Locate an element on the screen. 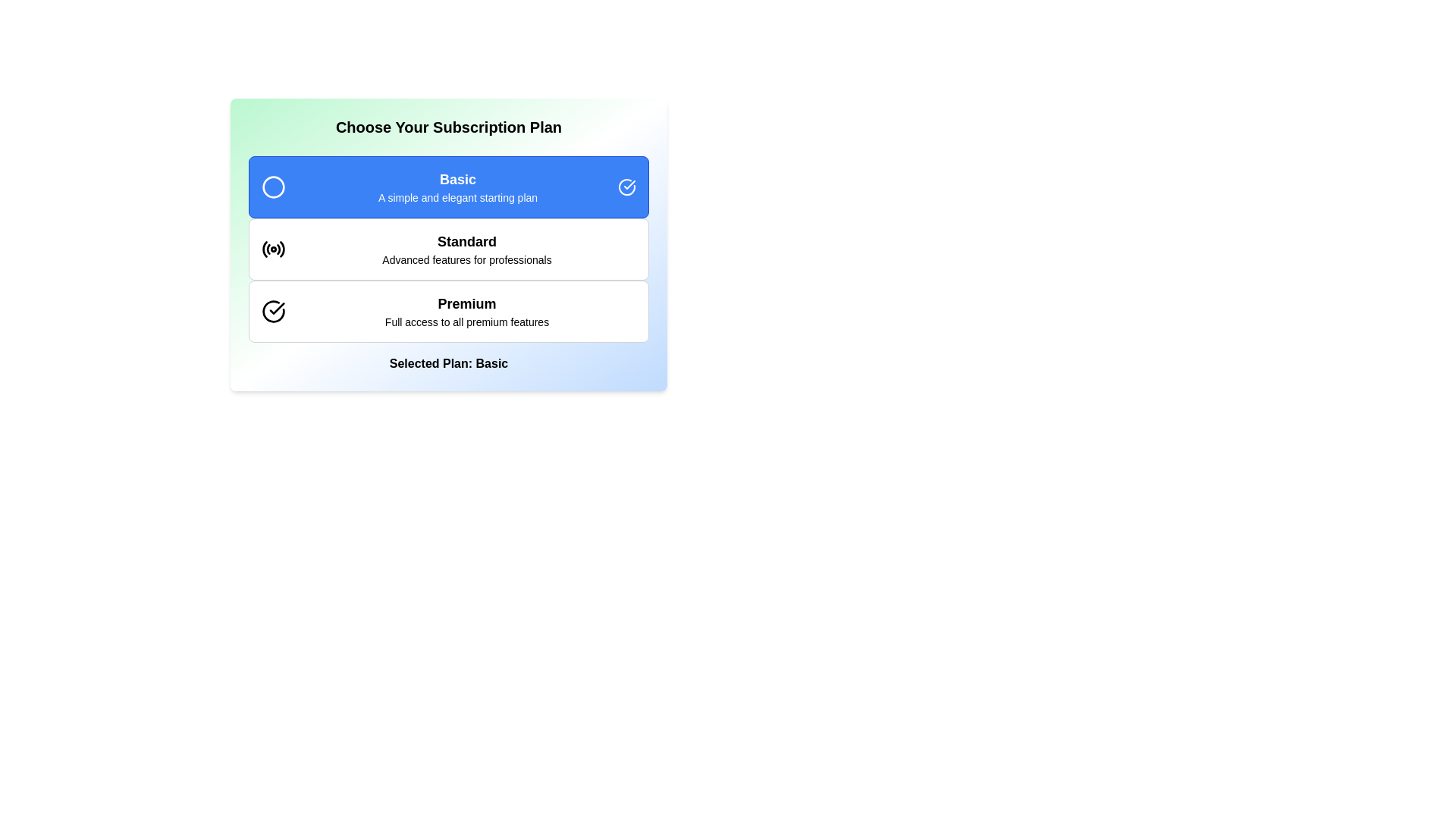 Image resolution: width=1456 pixels, height=819 pixels. the 'Standard' selectable option is located at coordinates (447, 248).